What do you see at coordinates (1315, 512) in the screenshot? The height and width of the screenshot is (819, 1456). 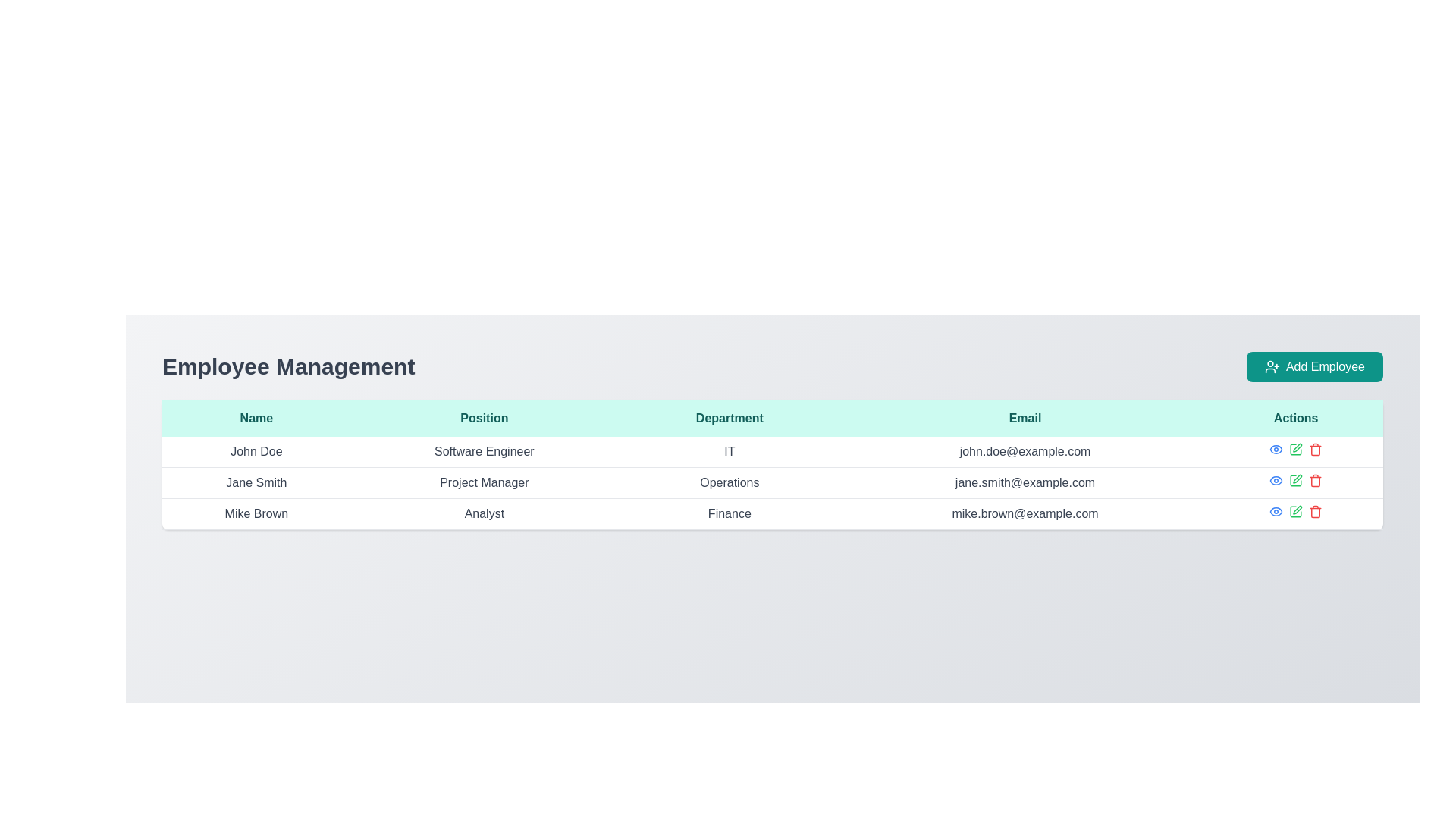 I see `the delete icon located at the last column of the table's row for Mike Brown` at bounding box center [1315, 512].